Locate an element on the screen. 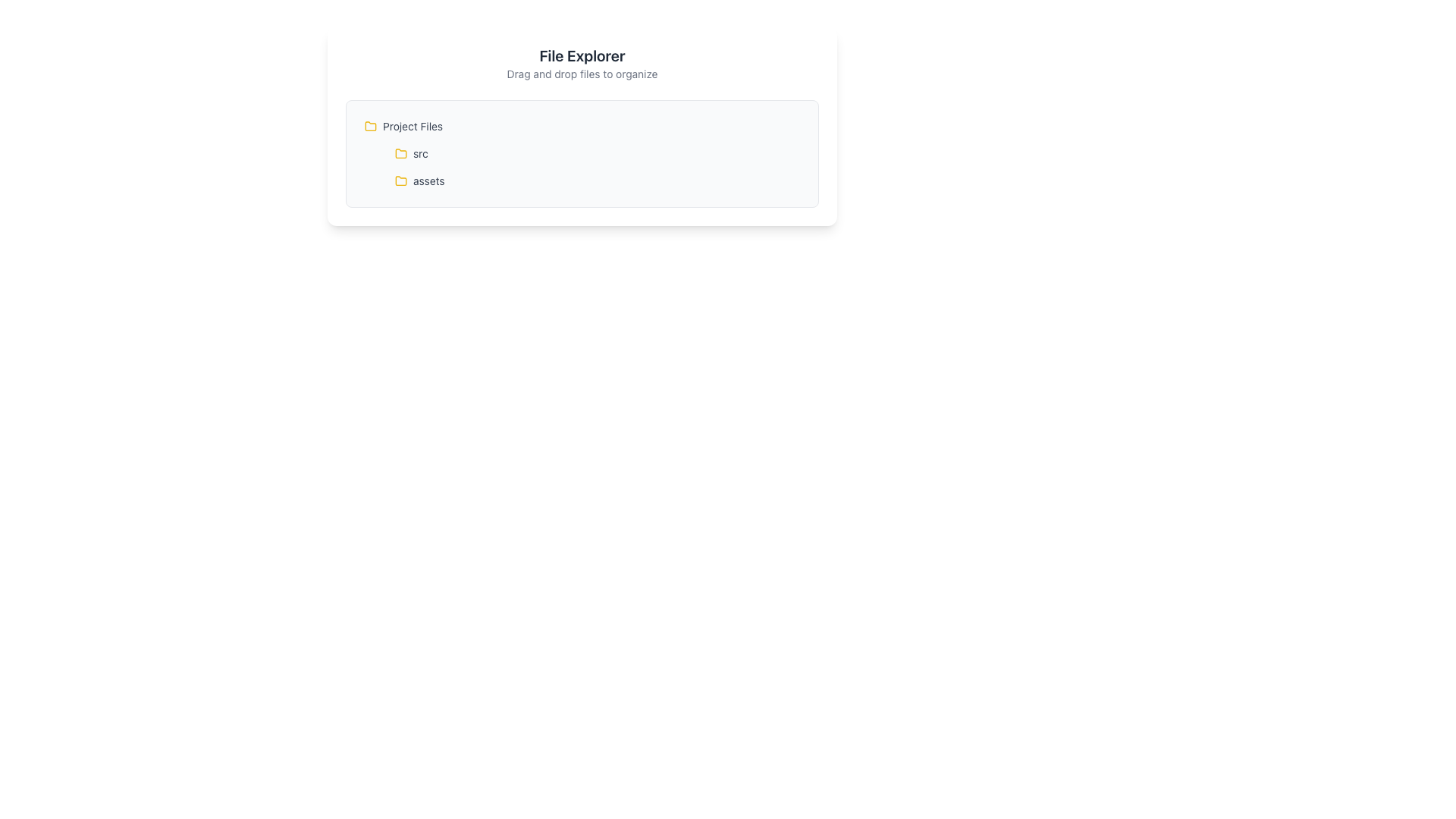 The image size is (1456, 819). the static text element that reads 'Drag and drop files to organize', which is located beneath the 'File Explorer' heading is located at coordinates (582, 74).